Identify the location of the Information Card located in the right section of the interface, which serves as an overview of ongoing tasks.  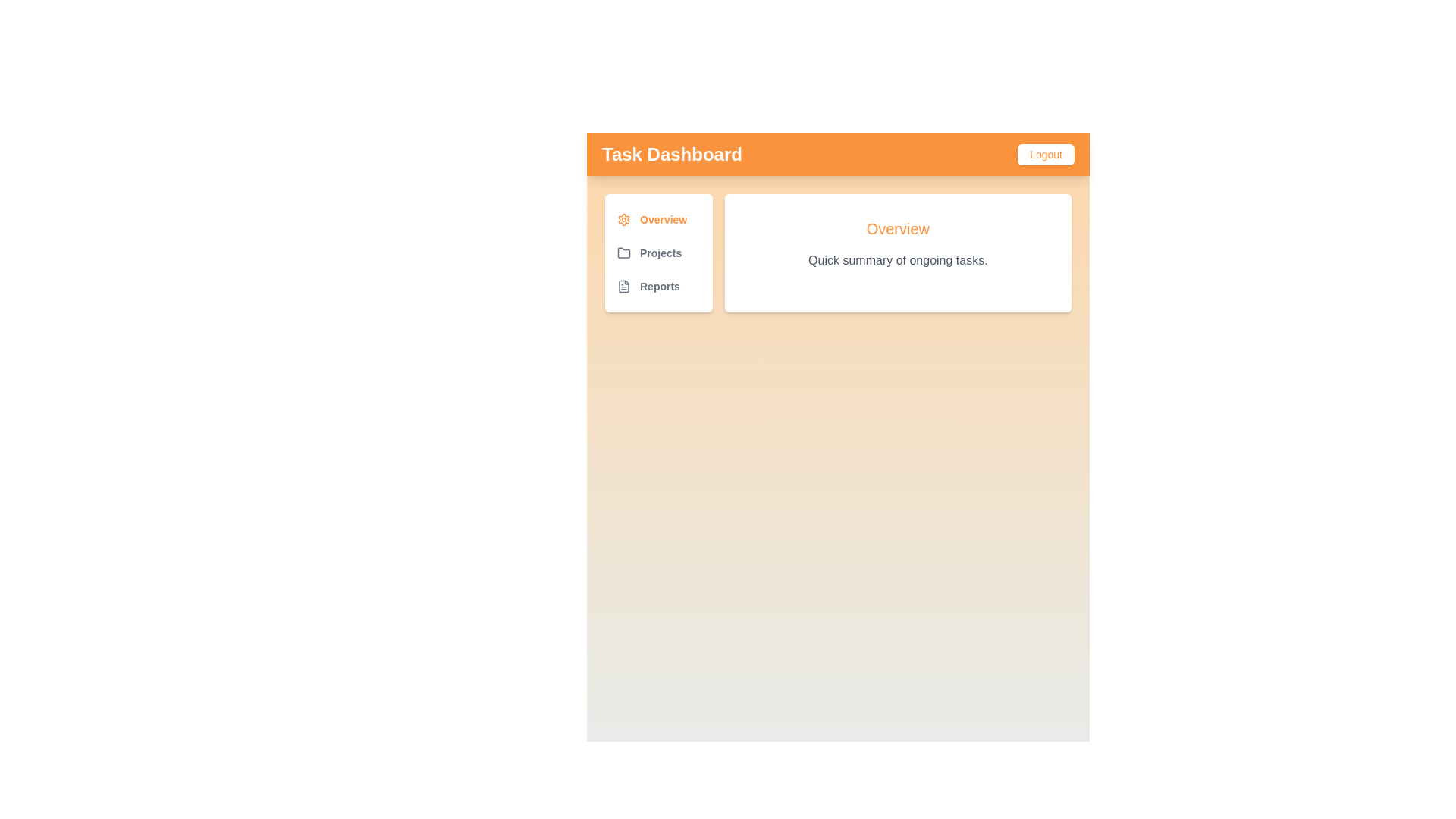
(898, 253).